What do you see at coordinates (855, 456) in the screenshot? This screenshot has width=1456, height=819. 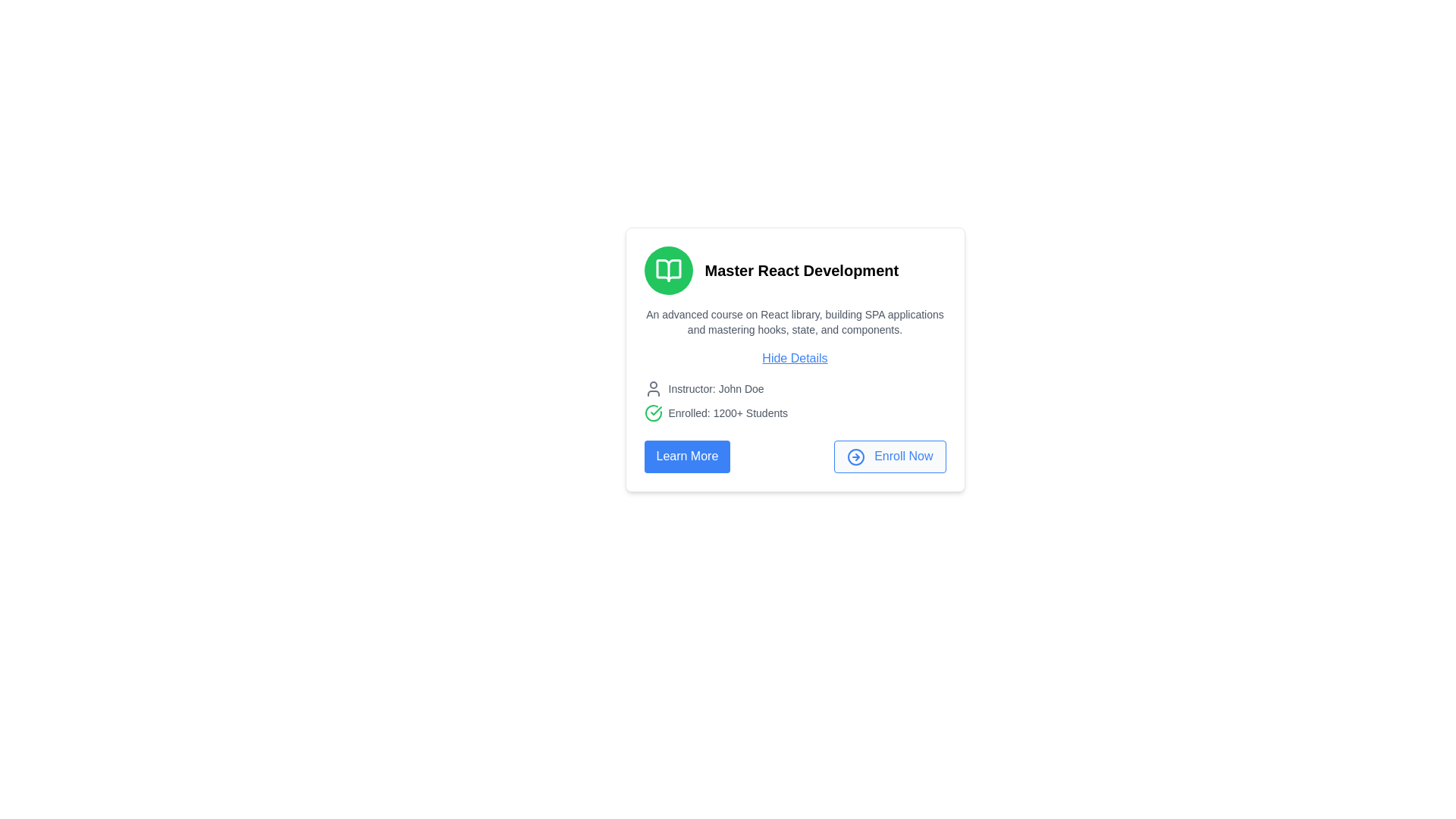 I see `the SVG graphic icon located inside the 'Enroll Now' button, positioned at the bottom-right of the card layout, to the immediate left of the button's text` at bounding box center [855, 456].